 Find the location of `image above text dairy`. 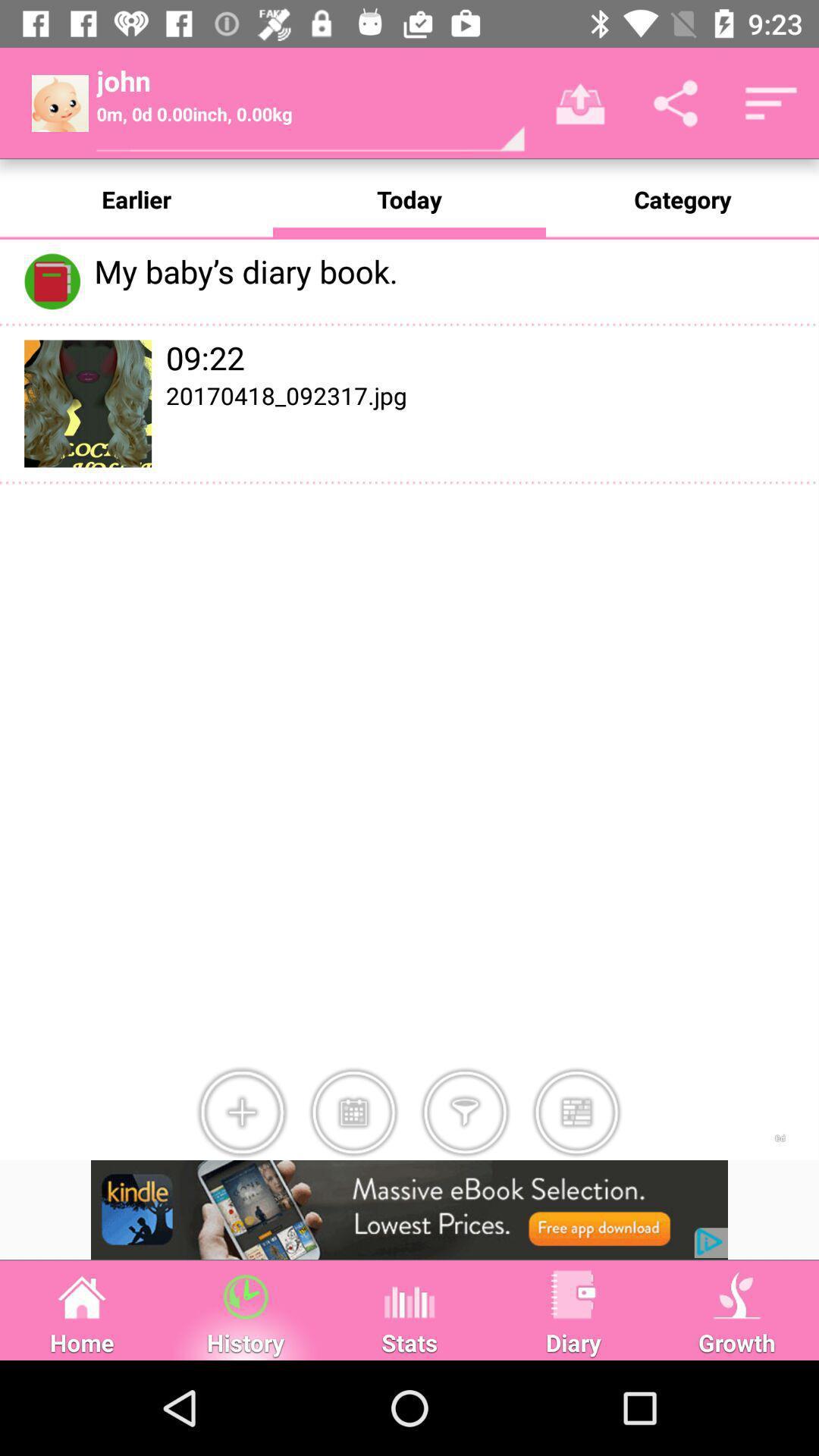

image above text dairy is located at coordinates (573, 1294).